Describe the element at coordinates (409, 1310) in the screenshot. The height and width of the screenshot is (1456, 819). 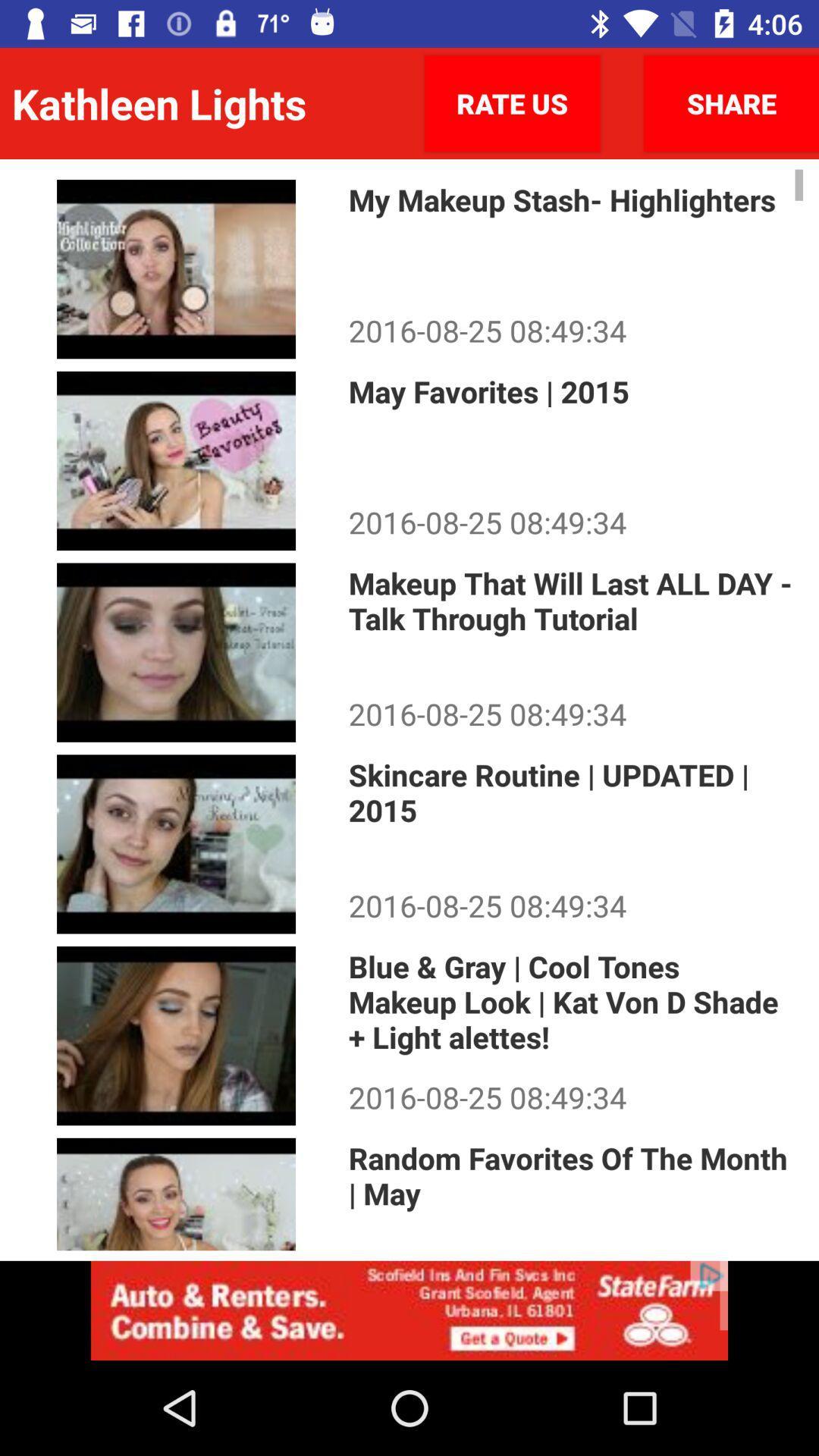
I see `view advertisements options` at that location.